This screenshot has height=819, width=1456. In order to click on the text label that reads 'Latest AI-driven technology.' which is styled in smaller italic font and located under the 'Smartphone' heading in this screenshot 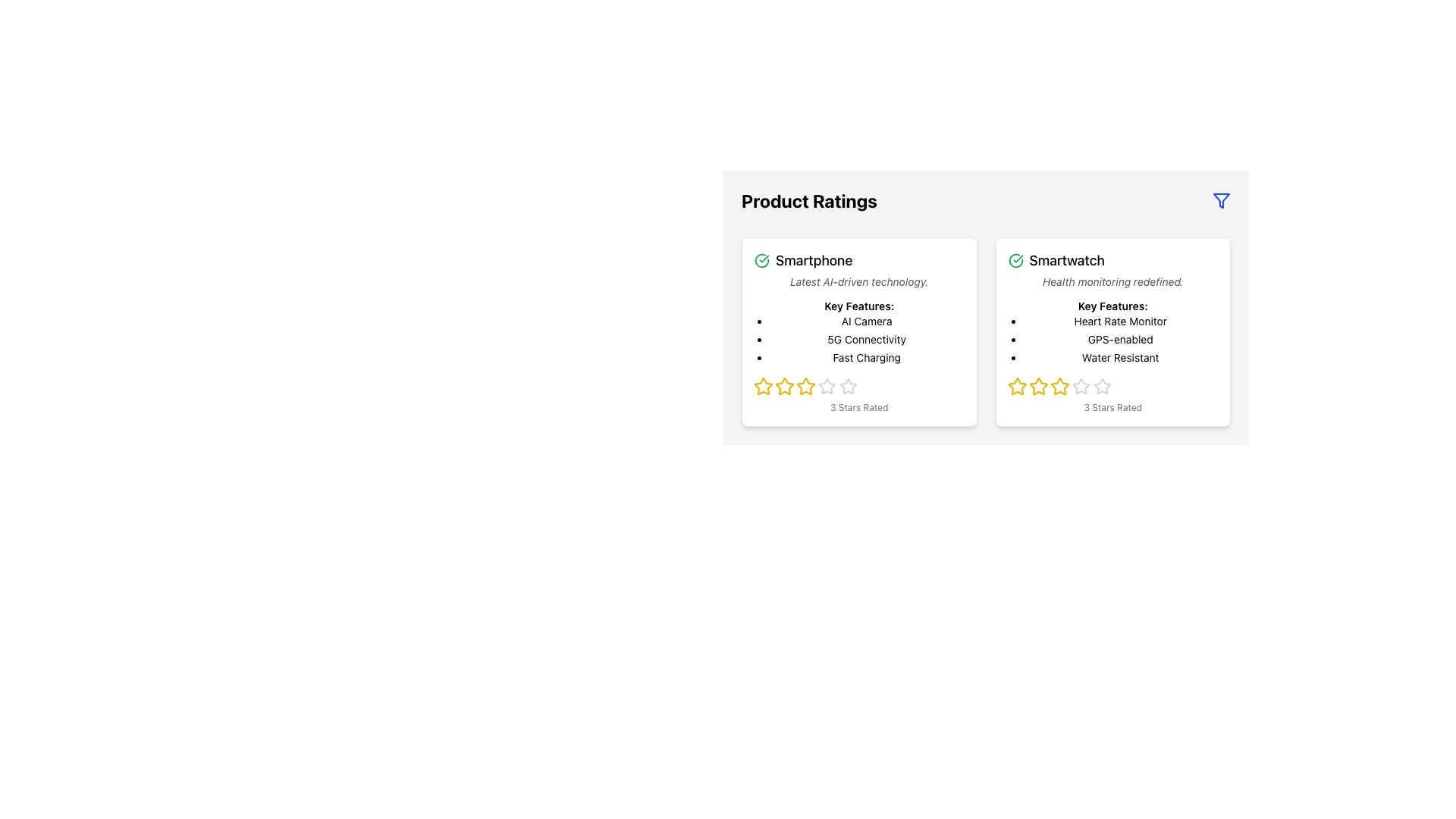, I will do `click(859, 281)`.